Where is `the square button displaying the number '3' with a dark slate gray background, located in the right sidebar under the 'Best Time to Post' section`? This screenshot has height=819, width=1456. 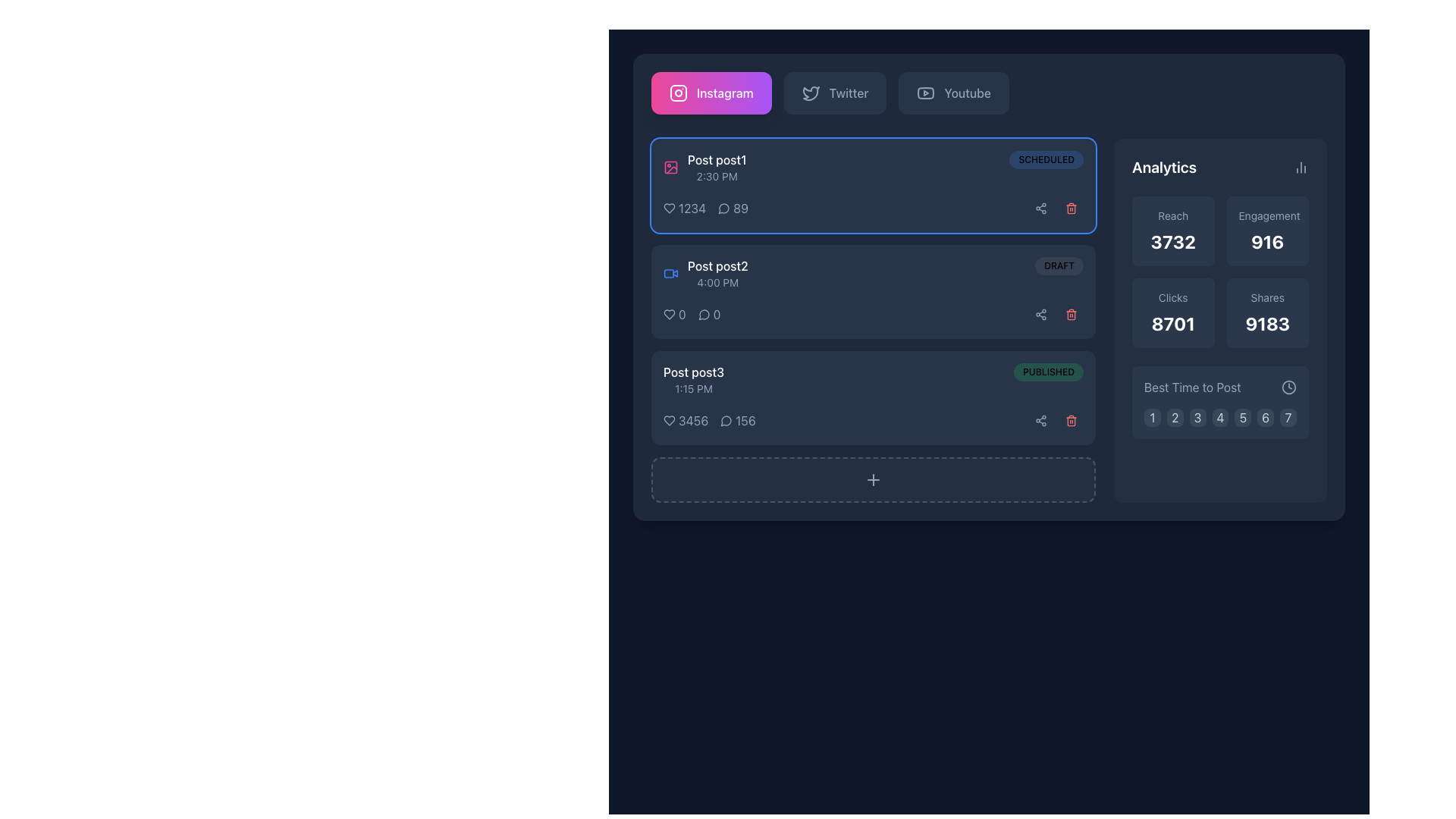 the square button displaying the number '3' with a dark slate gray background, located in the right sidebar under the 'Best Time to Post' section is located at coordinates (1197, 418).